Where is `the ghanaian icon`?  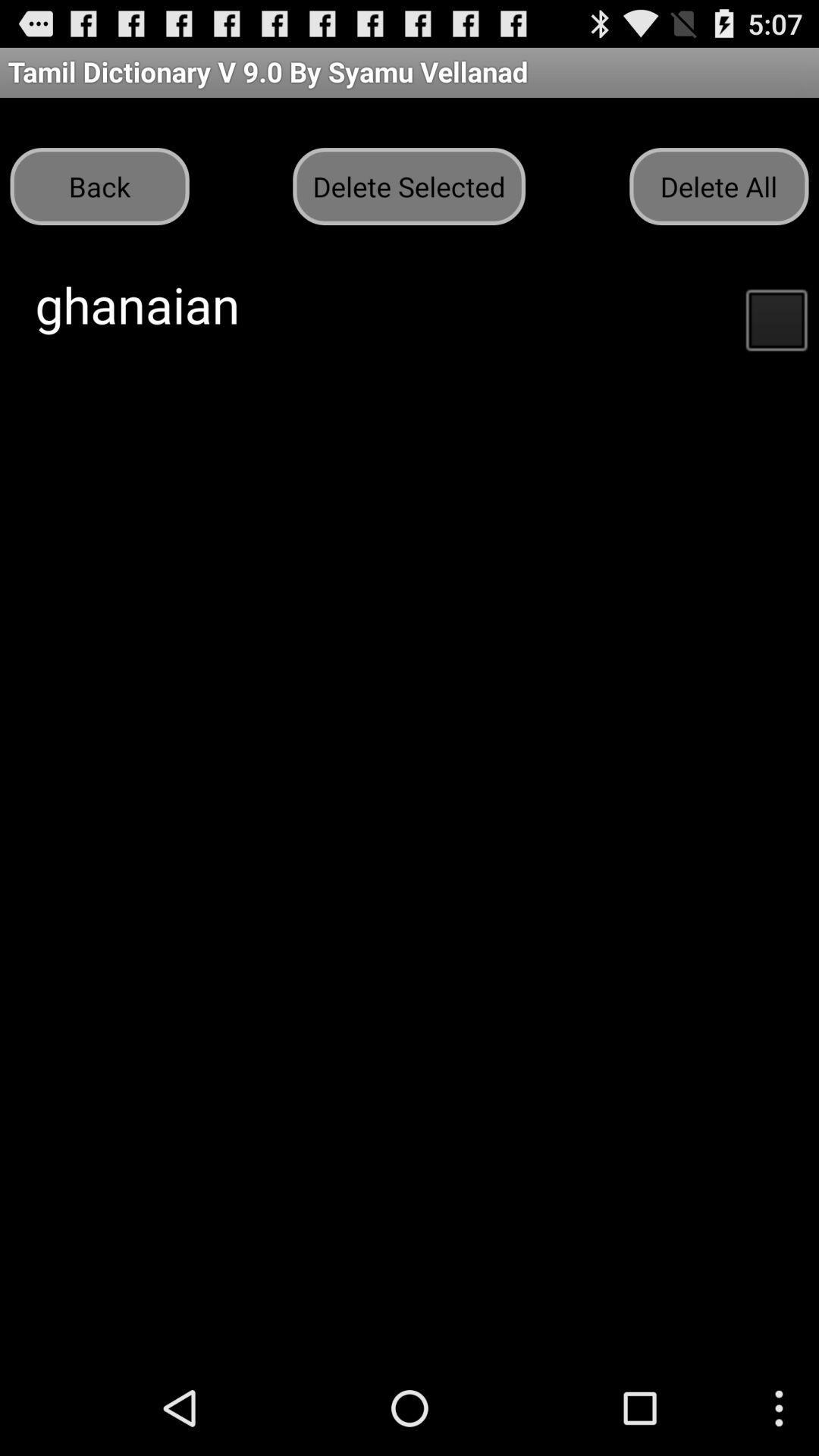 the ghanaian icon is located at coordinates (137, 303).